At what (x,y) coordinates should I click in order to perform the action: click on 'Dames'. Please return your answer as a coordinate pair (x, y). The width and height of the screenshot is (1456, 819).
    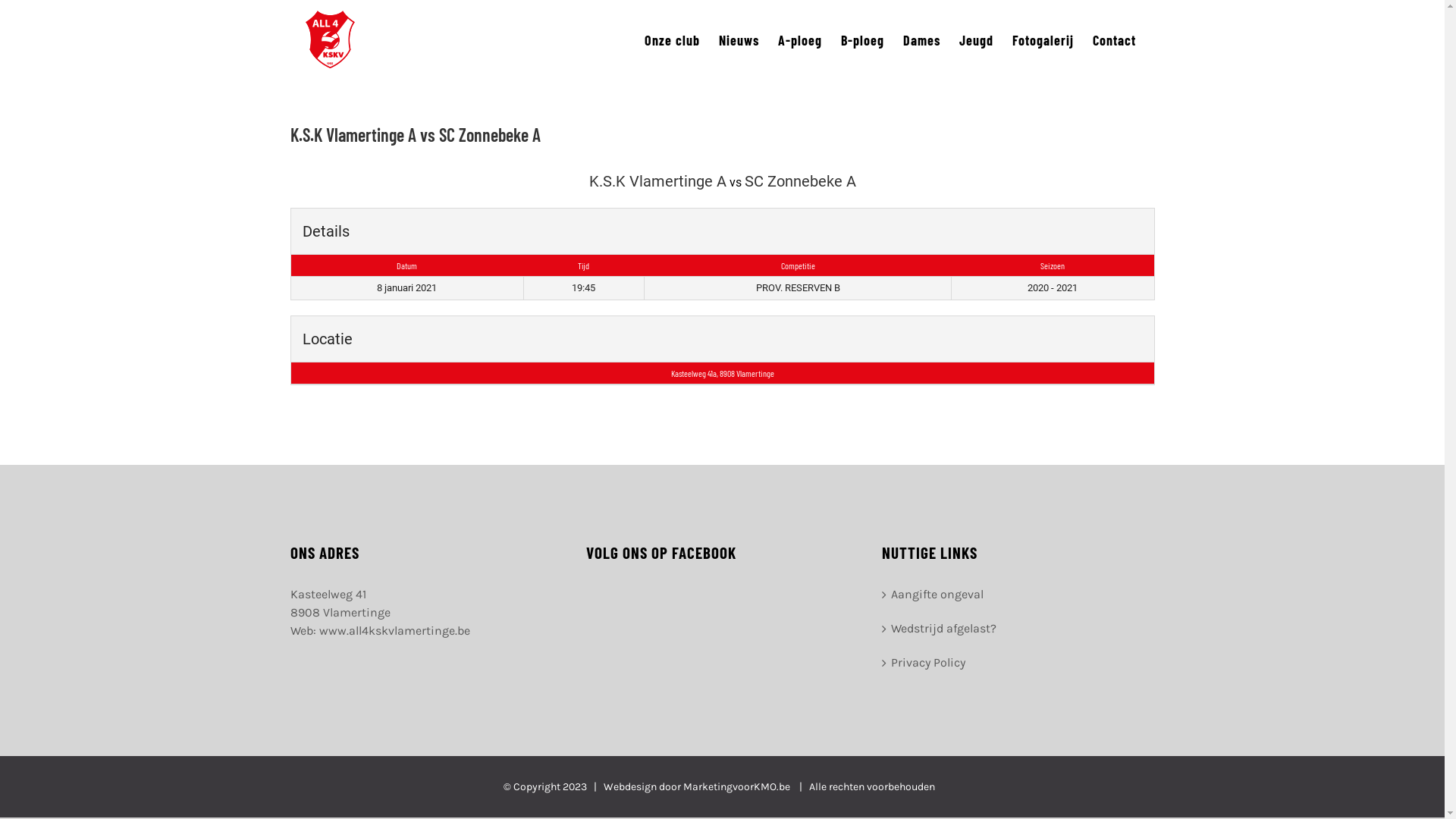
    Looking at the image, I should click on (920, 39).